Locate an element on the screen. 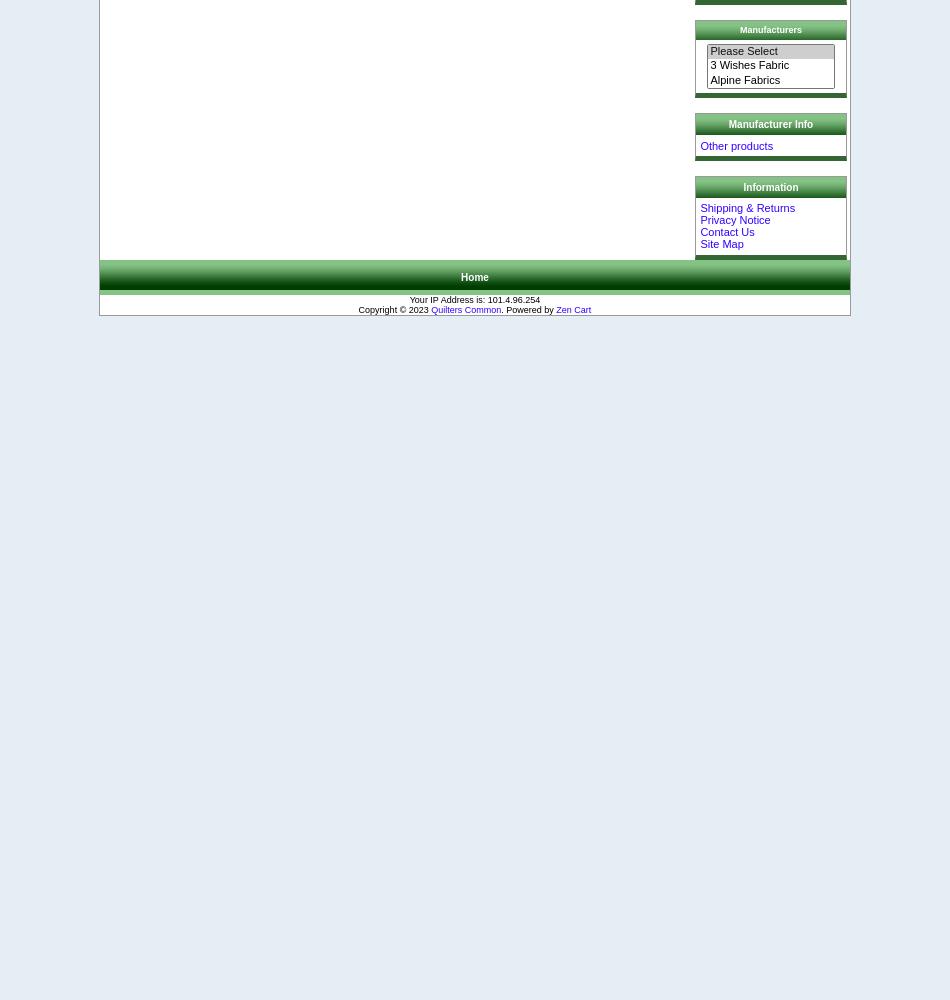  'Manufacturer Info' is located at coordinates (769, 123).